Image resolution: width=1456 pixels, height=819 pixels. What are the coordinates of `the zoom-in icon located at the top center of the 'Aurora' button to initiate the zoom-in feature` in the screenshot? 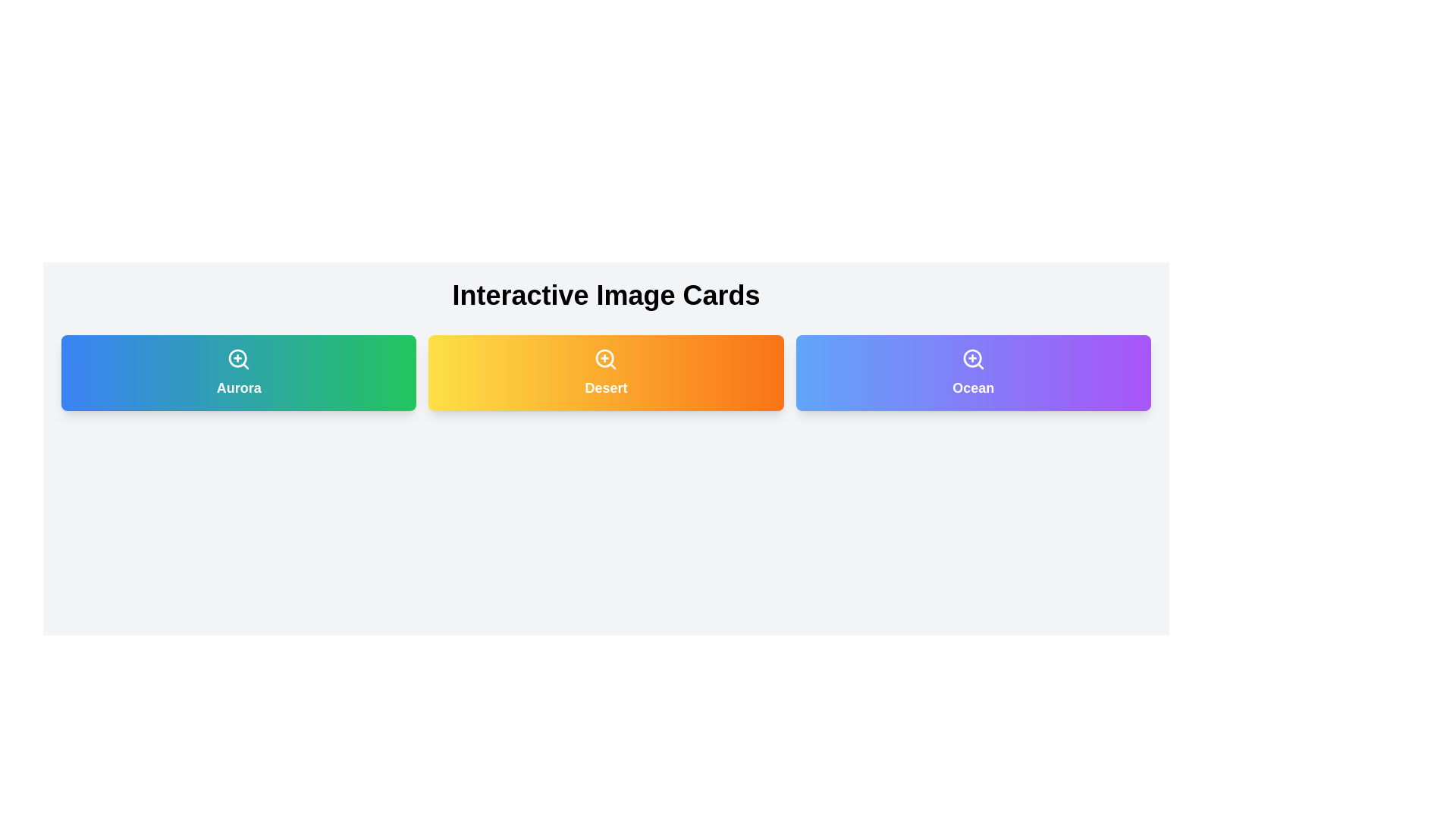 It's located at (238, 359).